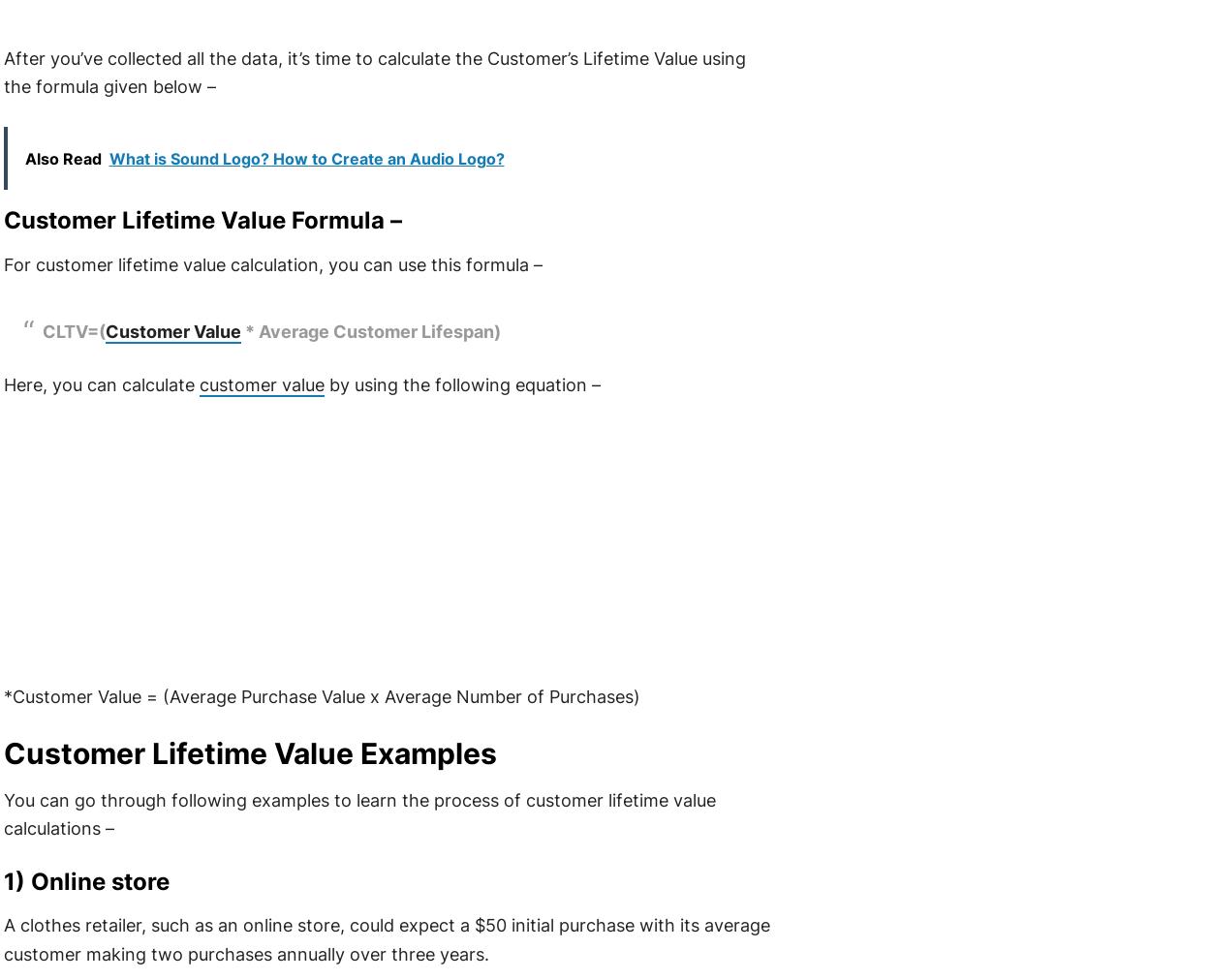 This screenshot has height=980, width=1211. What do you see at coordinates (2, 880) in the screenshot?
I see `'1) Online store'` at bounding box center [2, 880].